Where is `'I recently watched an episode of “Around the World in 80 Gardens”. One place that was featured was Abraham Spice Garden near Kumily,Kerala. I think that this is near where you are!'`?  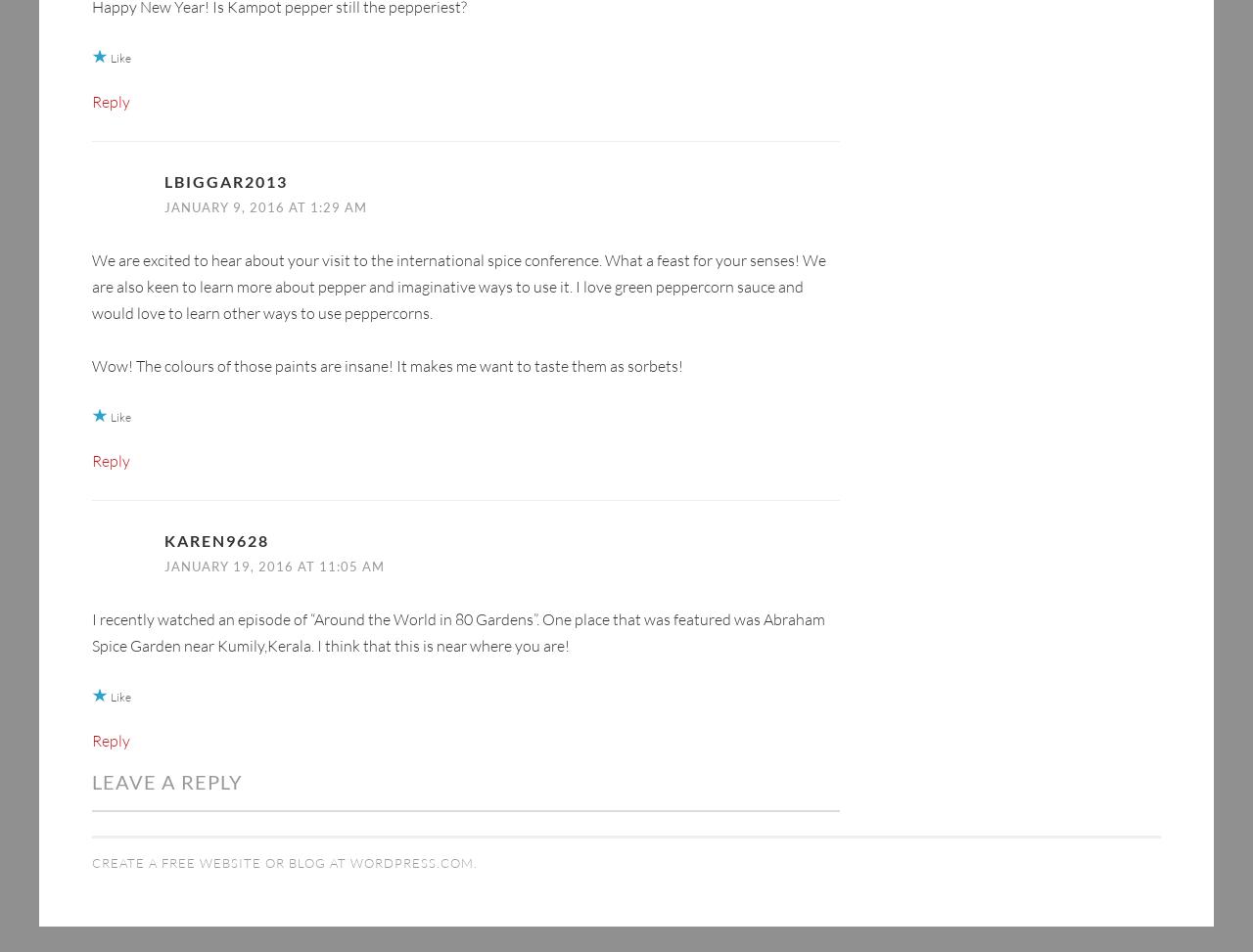
'I recently watched an episode of “Around the World in 80 Gardens”. One place that was featured was Abraham Spice Garden near Kumily,Kerala. I think that this is near where you are!' is located at coordinates (457, 600).